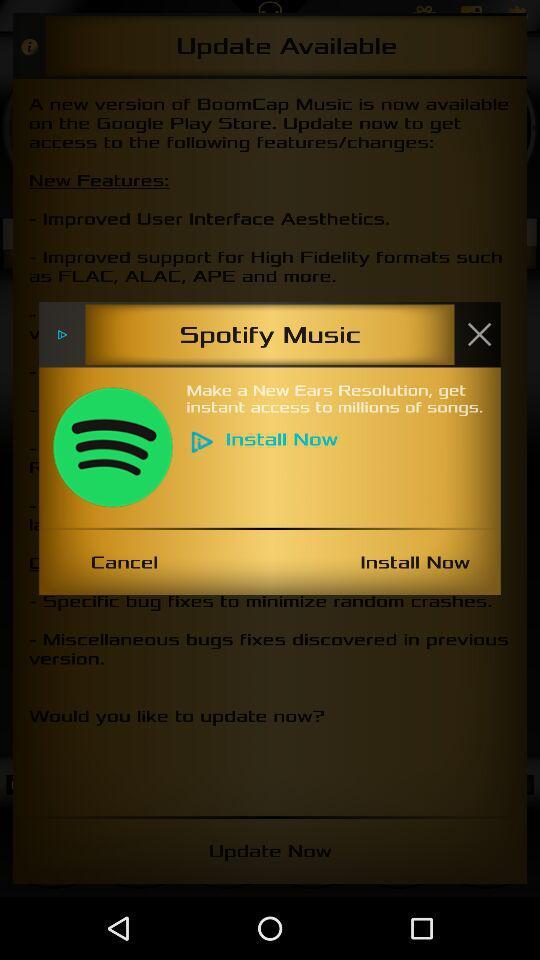  Describe the element at coordinates (478, 334) in the screenshot. I see `close` at that location.